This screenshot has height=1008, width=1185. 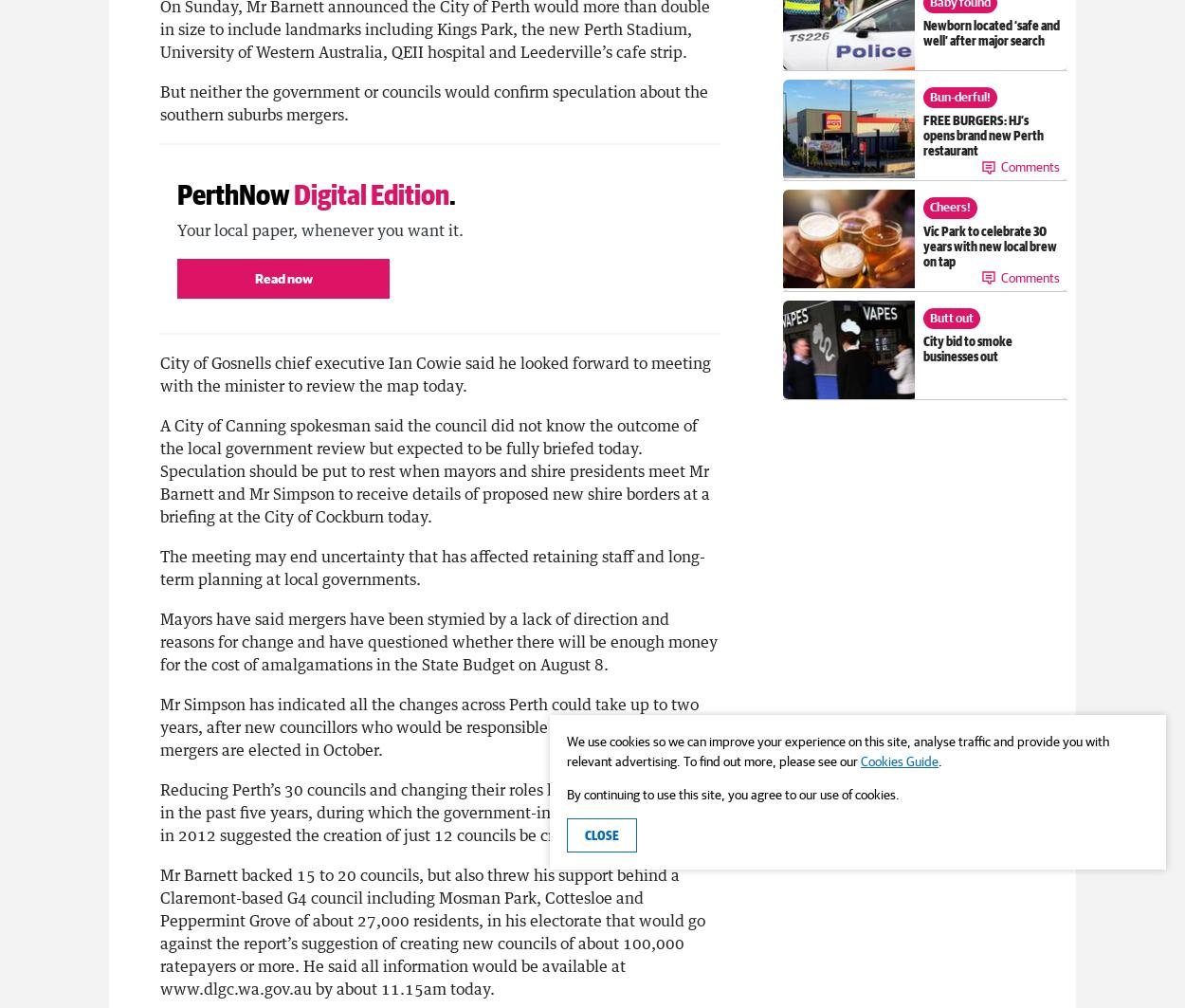 What do you see at coordinates (437, 809) in the screenshot?
I see `'Reducing Perth’s 30 councils and changing their roles has failed several times in the past five years, during which the government-initiated Robson Report in 2012 suggested the creation of just 12 councils be created.'` at bounding box center [437, 809].